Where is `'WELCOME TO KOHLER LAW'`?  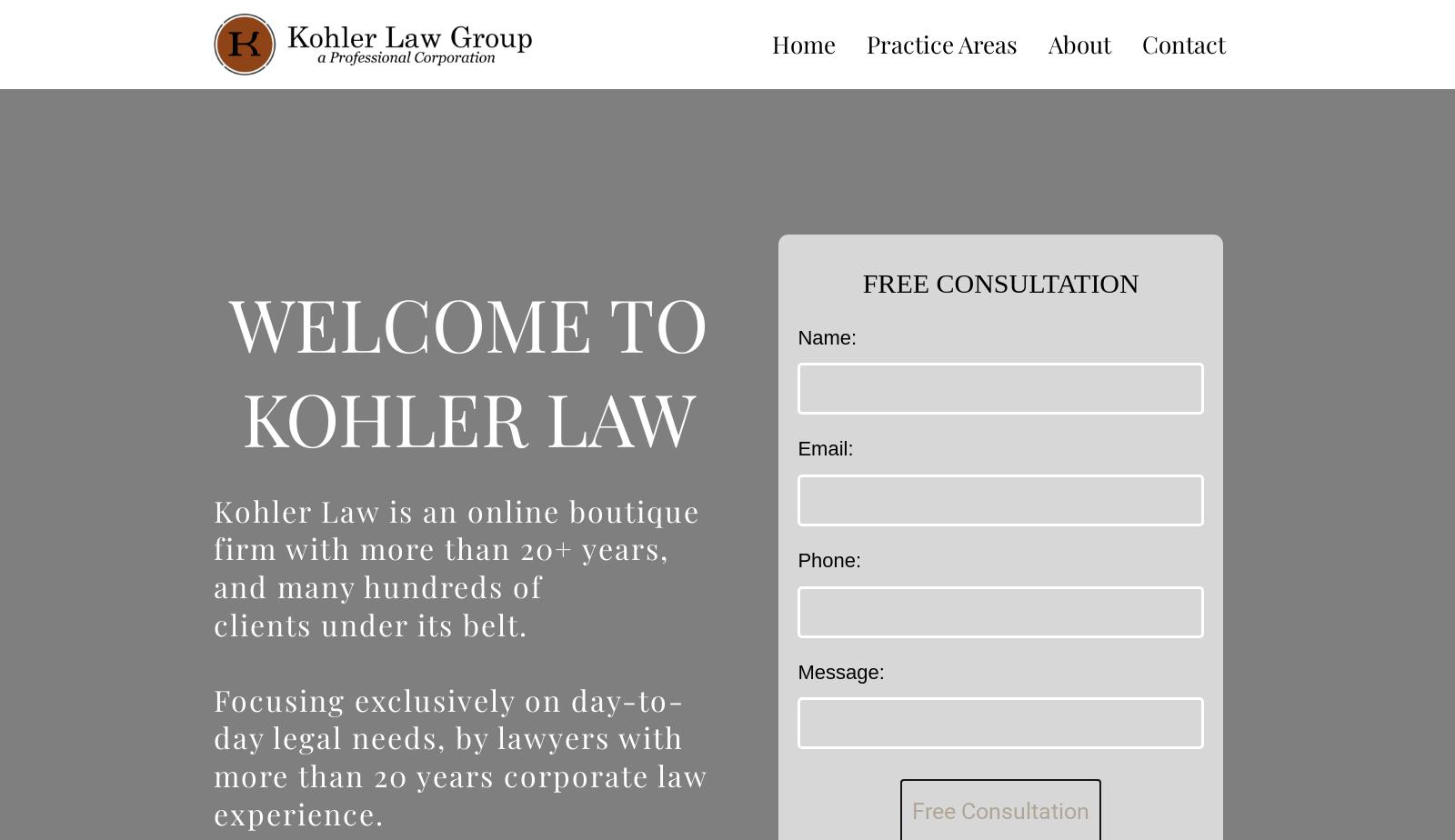
'WELCOME TO KOHLER LAW' is located at coordinates (229, 368).